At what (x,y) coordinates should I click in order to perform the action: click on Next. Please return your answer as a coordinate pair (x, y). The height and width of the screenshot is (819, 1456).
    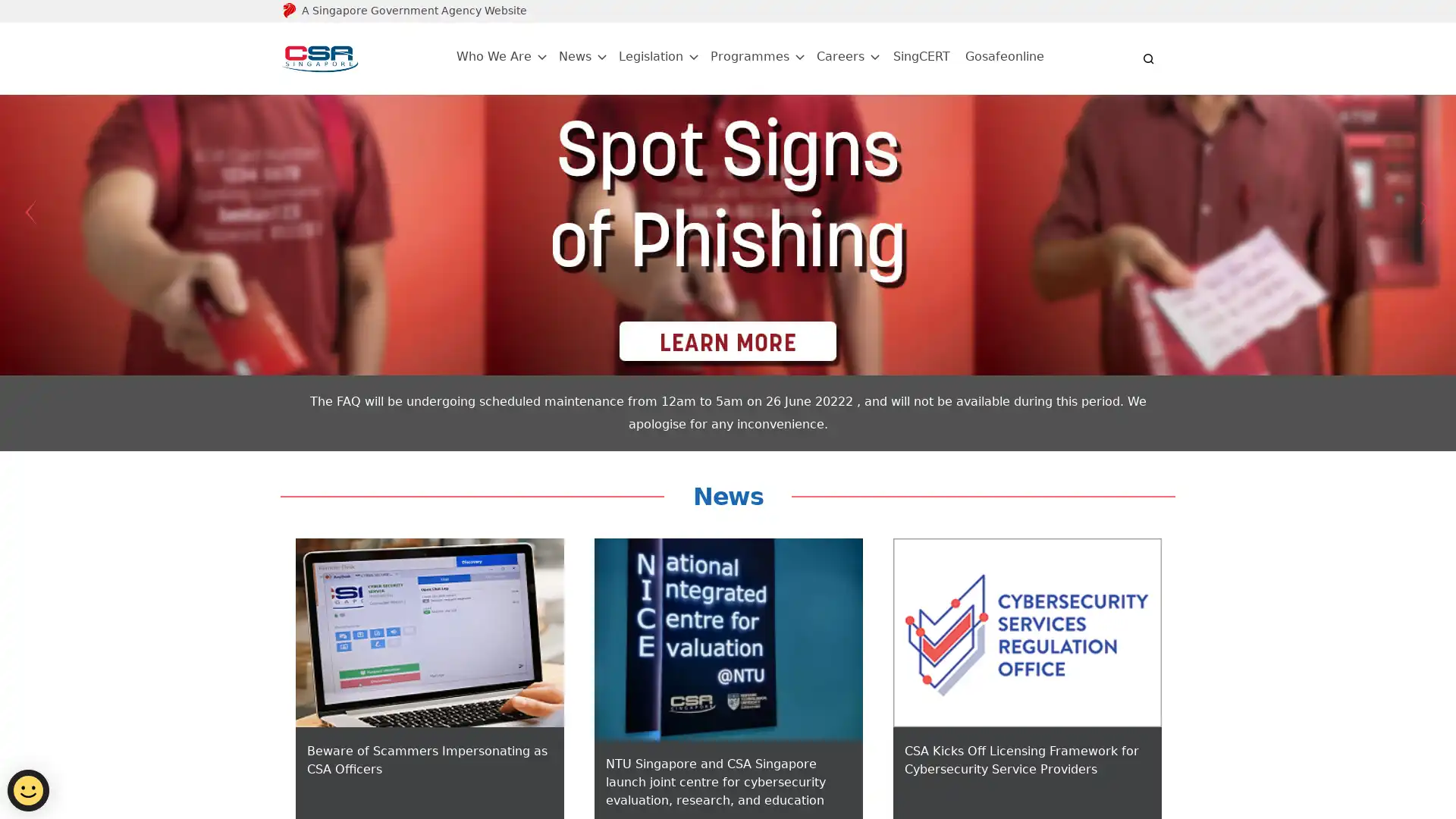
    Looking at the image, I should click on (1425, 212).